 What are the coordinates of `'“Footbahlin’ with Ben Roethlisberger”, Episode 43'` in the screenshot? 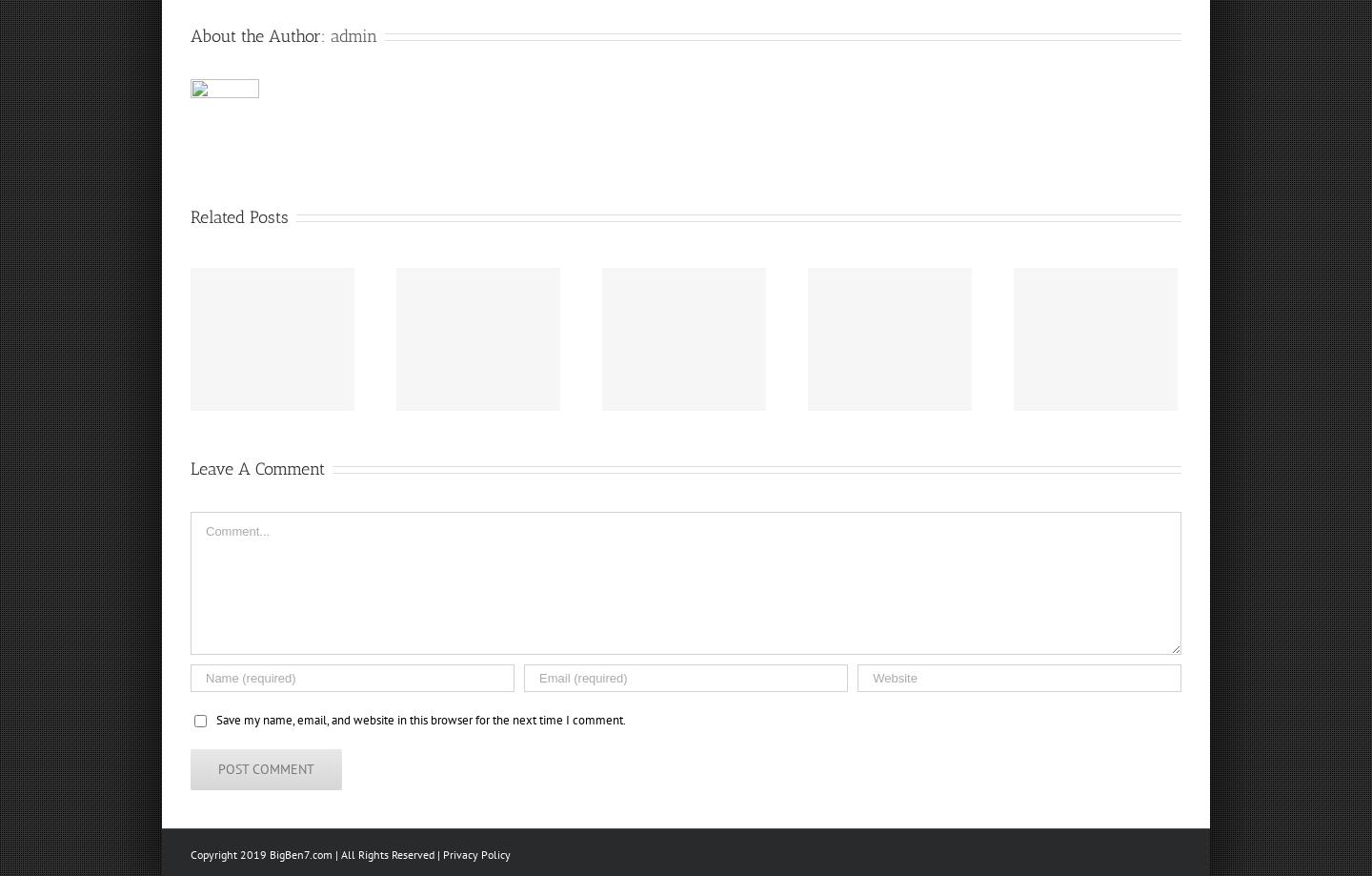 It's located at (108, 358).